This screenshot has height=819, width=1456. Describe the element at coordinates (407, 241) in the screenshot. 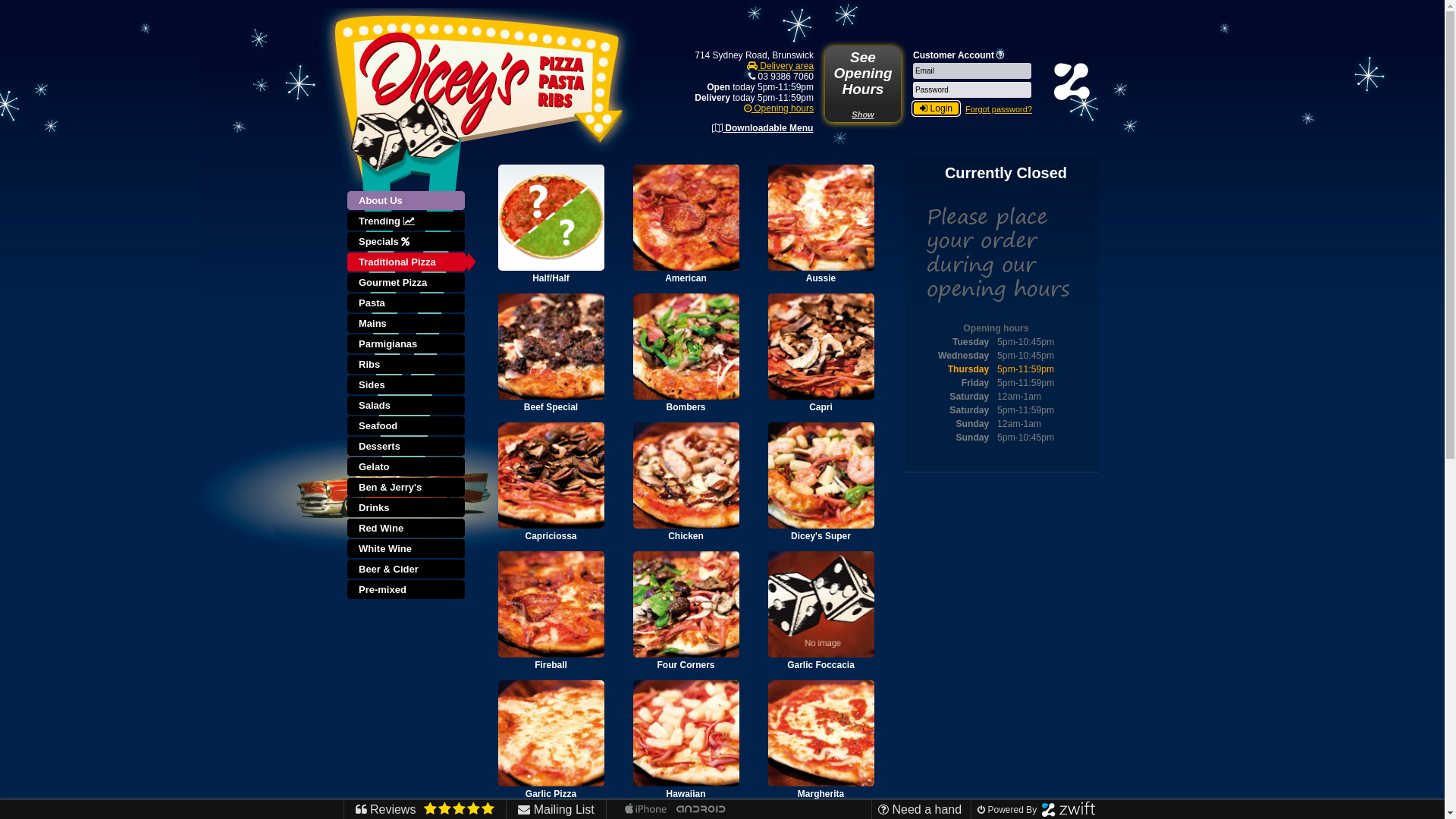

I see `'Specials'` at that location.